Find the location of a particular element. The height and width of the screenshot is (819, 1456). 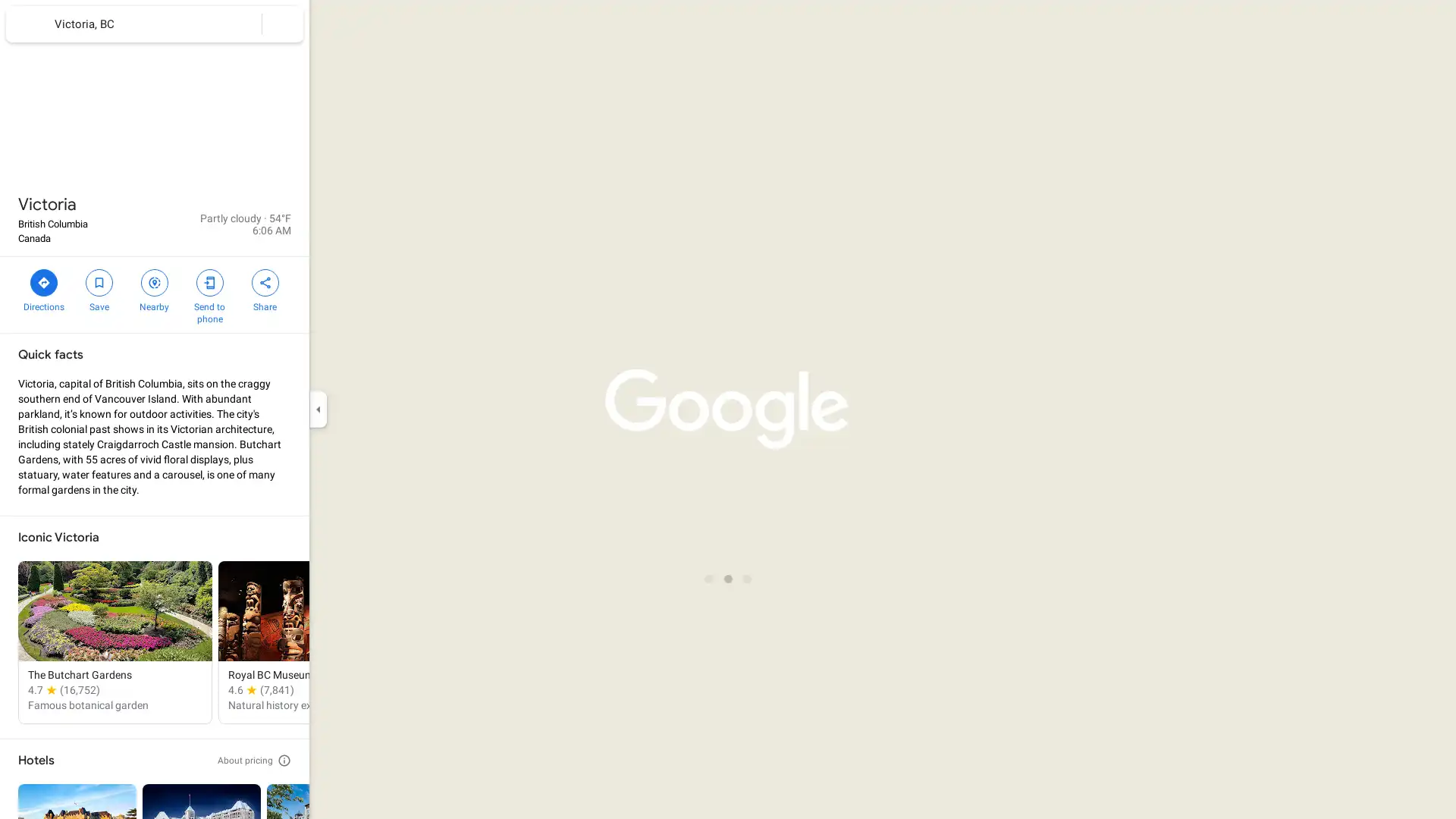

Save Victoria in your lists is located at coordinates (98, 289).